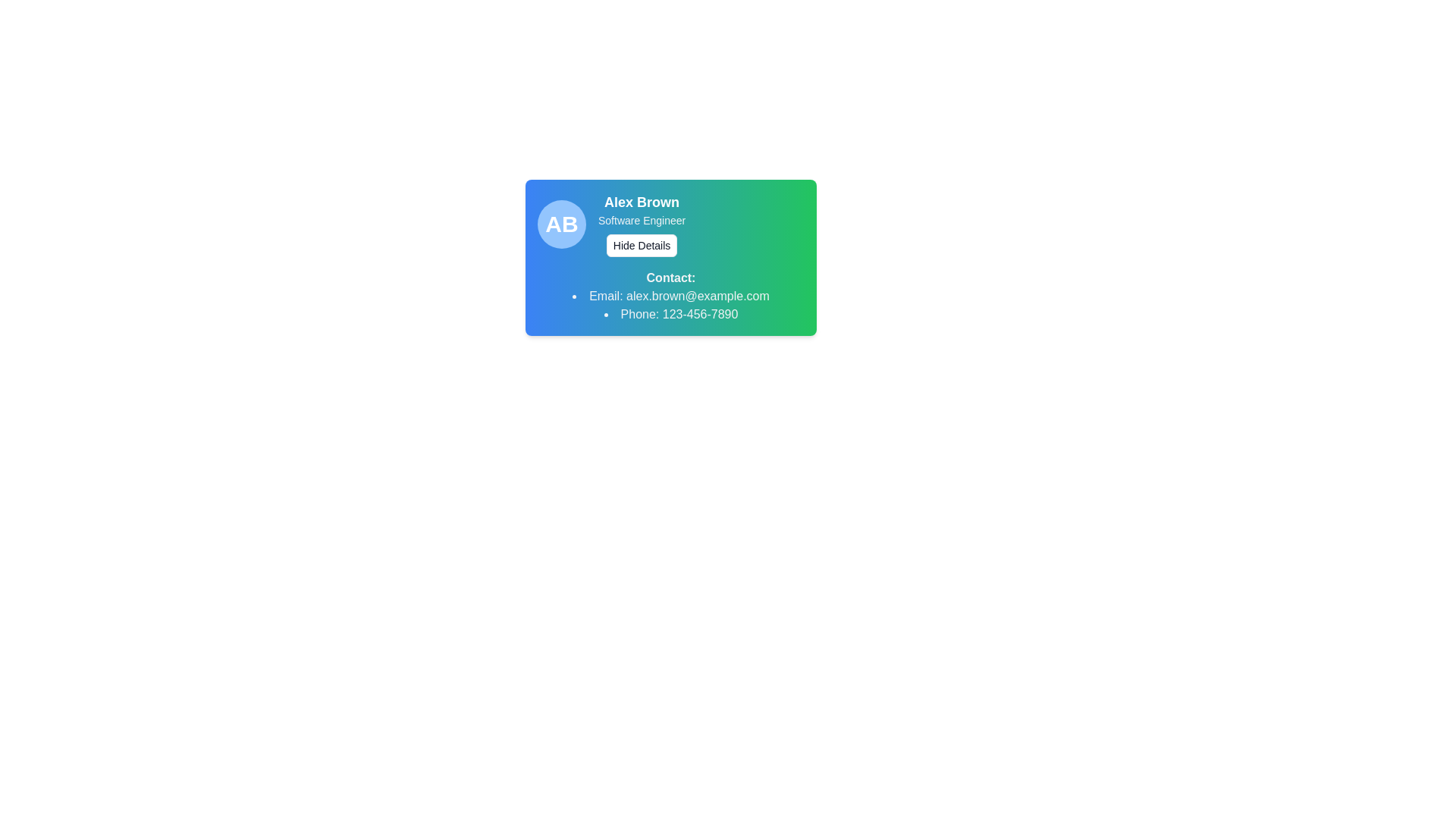 This screenshot has width=1456, height=819. What do you see at coordinates (670, 305) in the screenshot?
I see `the email address in the bulleted list located within the contact section, positioned below the 'Contact:' heading` at bounding box center [670, 305].